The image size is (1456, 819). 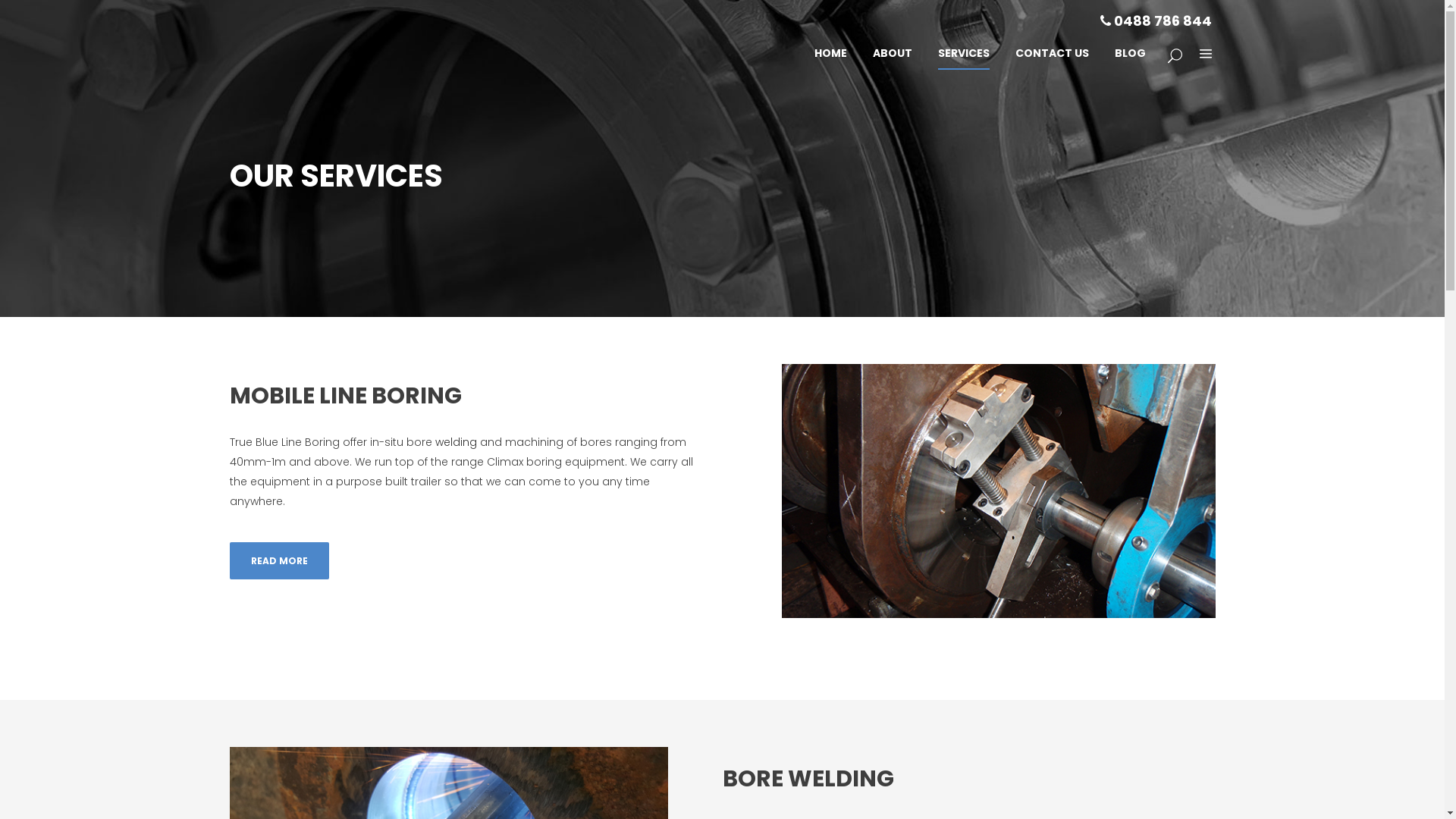 I want to click on 'HOME', so click(x=829, y=52).